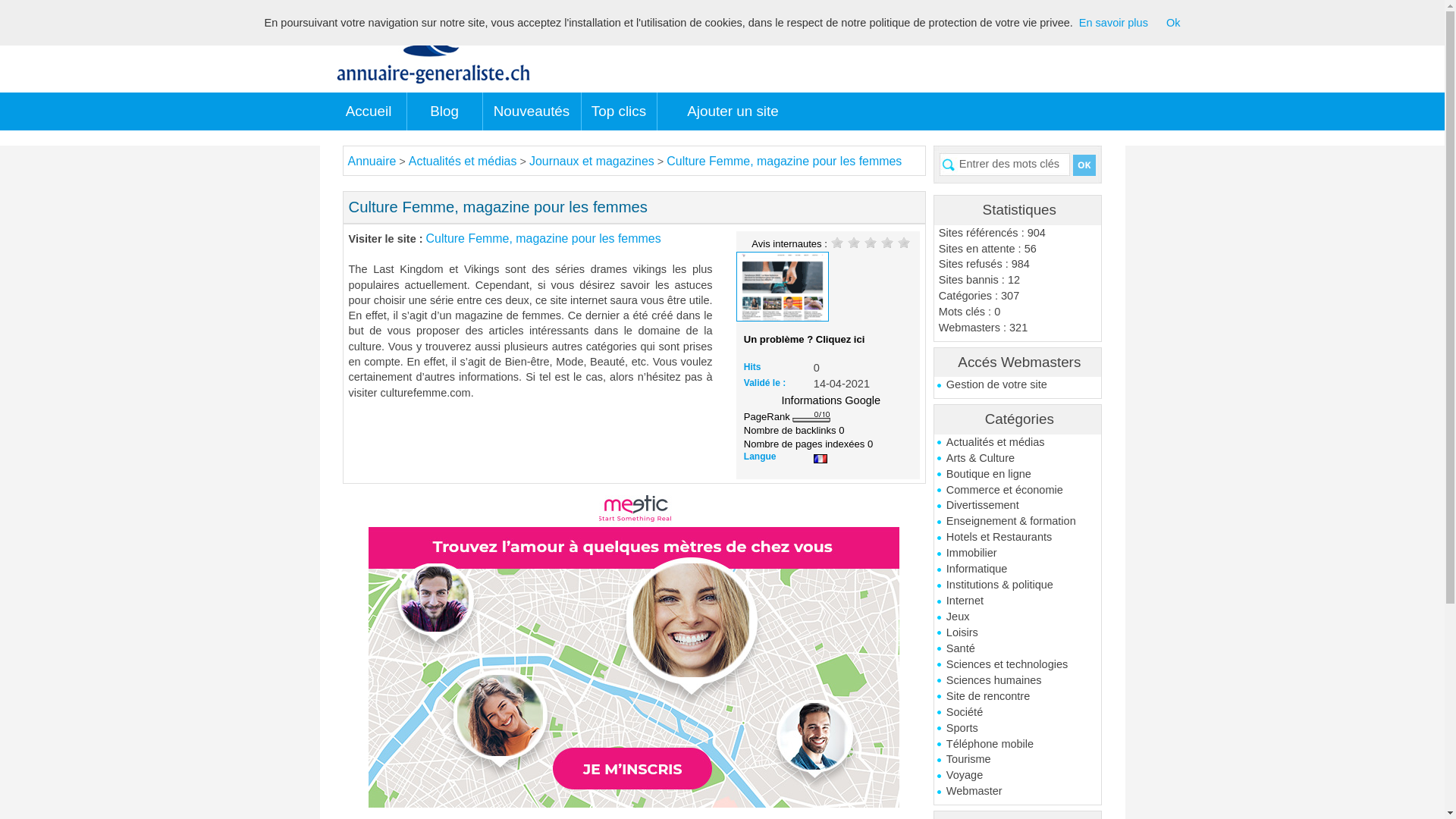 The width and height of the screenshot is (1456, 819). I want to click on 'Divertissement', so click(1018, 505).